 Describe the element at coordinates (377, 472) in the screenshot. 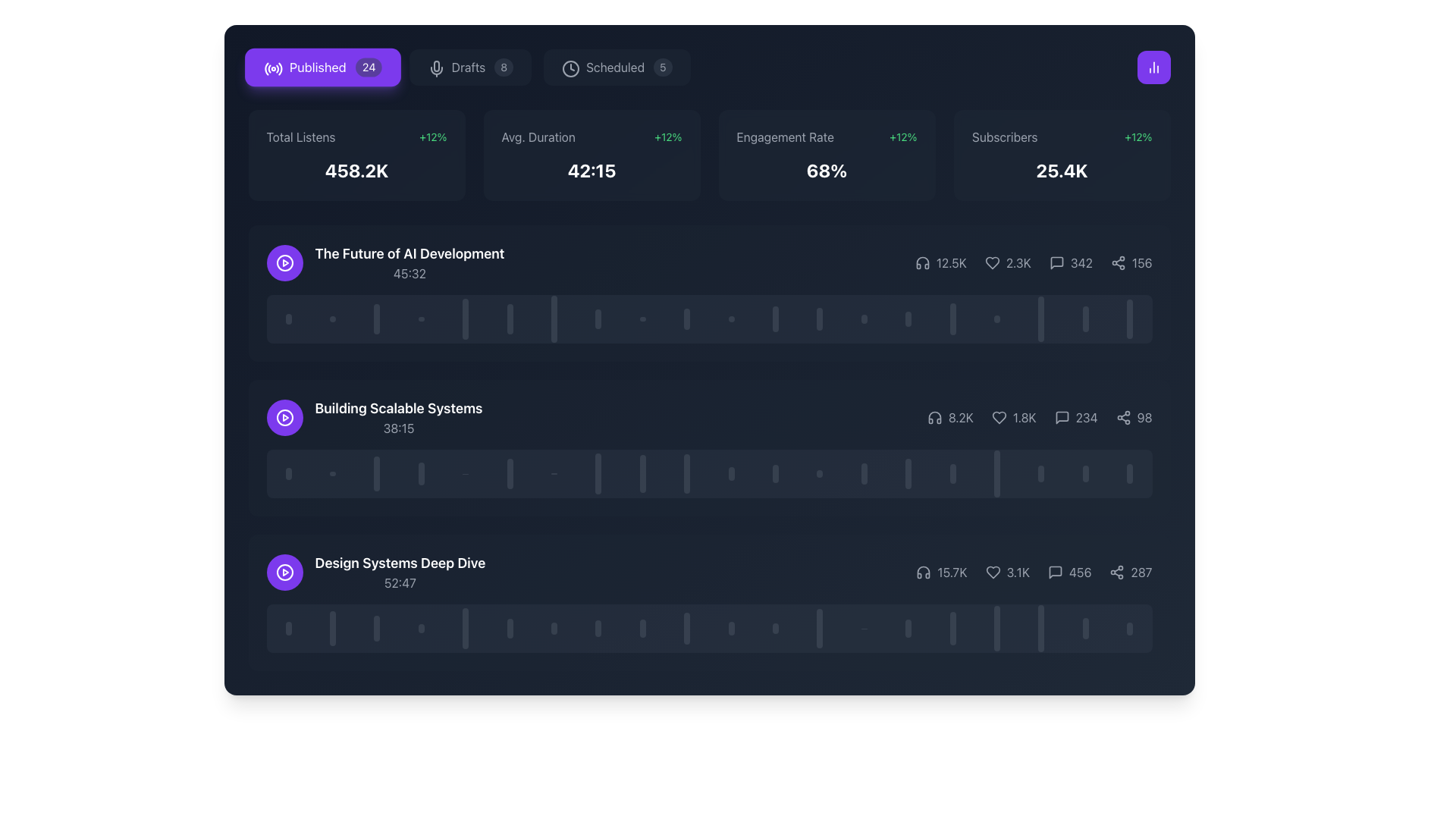

I see `the third vertical progress bar from the left, which is taller than the others and is associated with the 'Building Scalable Systems' item` at that location.